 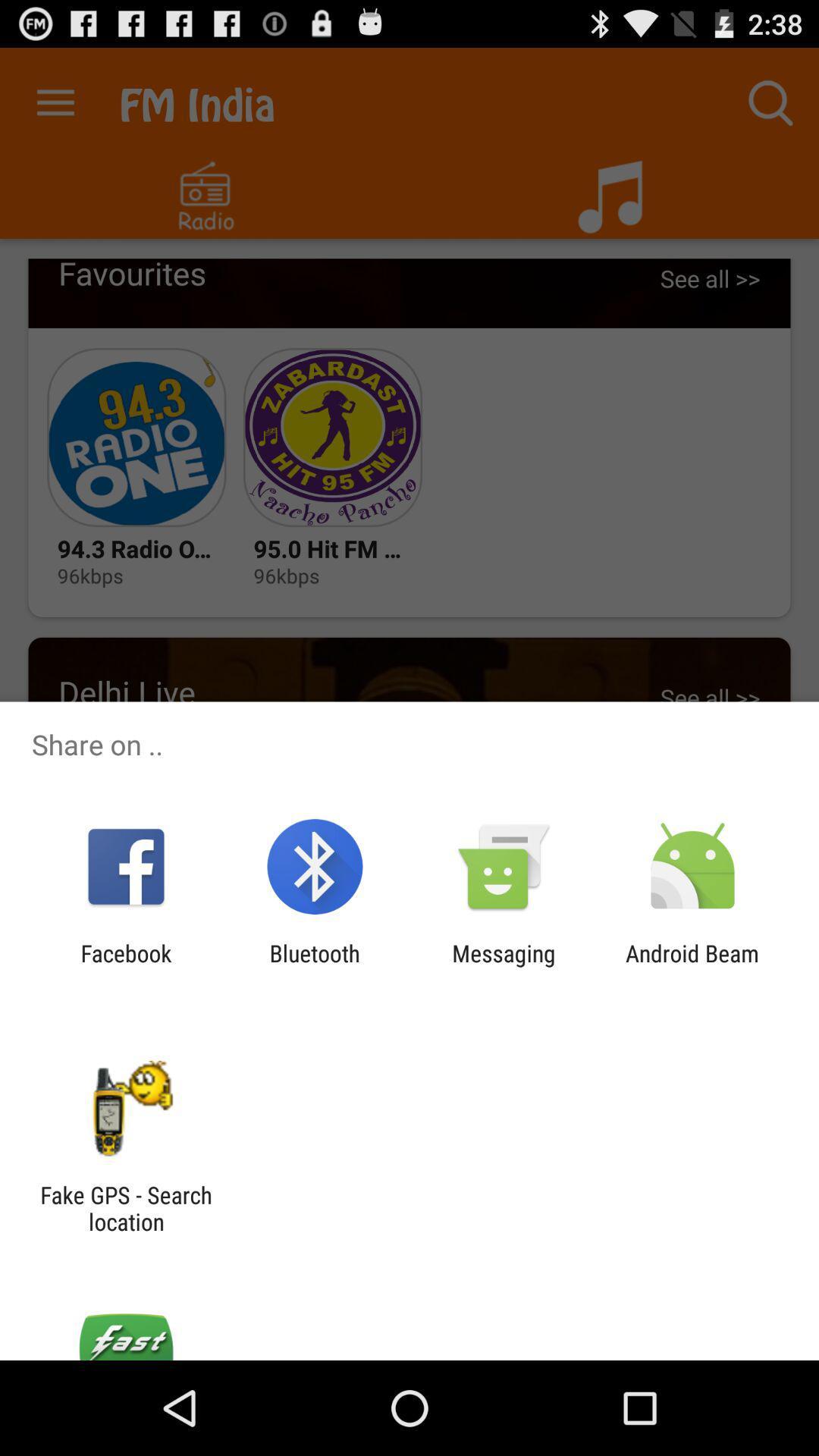 I want to click on icon next to facebook app, so click(x=314, y=966).